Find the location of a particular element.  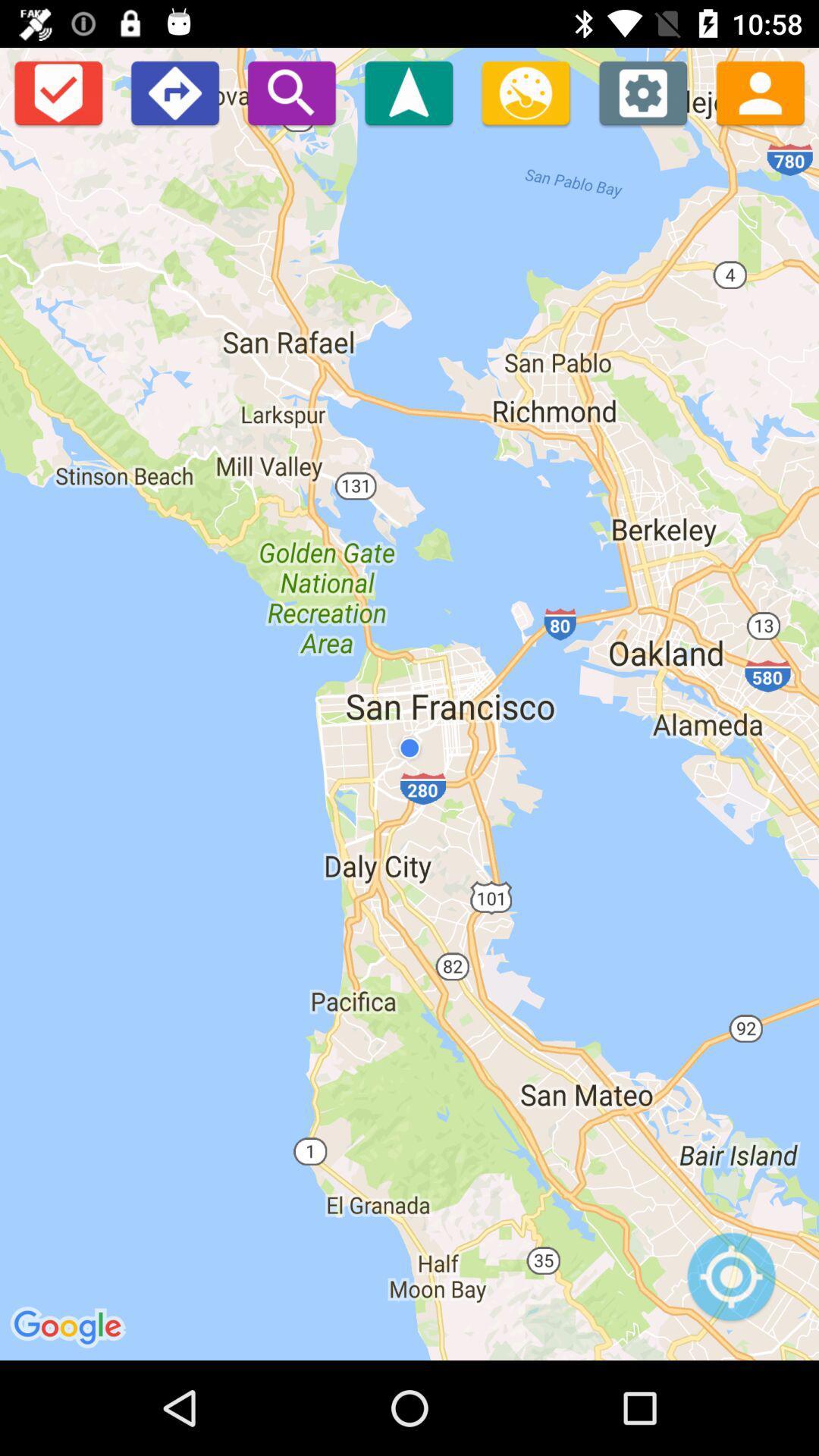

the location_crosshair icon is located at coordinates (730, 1284).